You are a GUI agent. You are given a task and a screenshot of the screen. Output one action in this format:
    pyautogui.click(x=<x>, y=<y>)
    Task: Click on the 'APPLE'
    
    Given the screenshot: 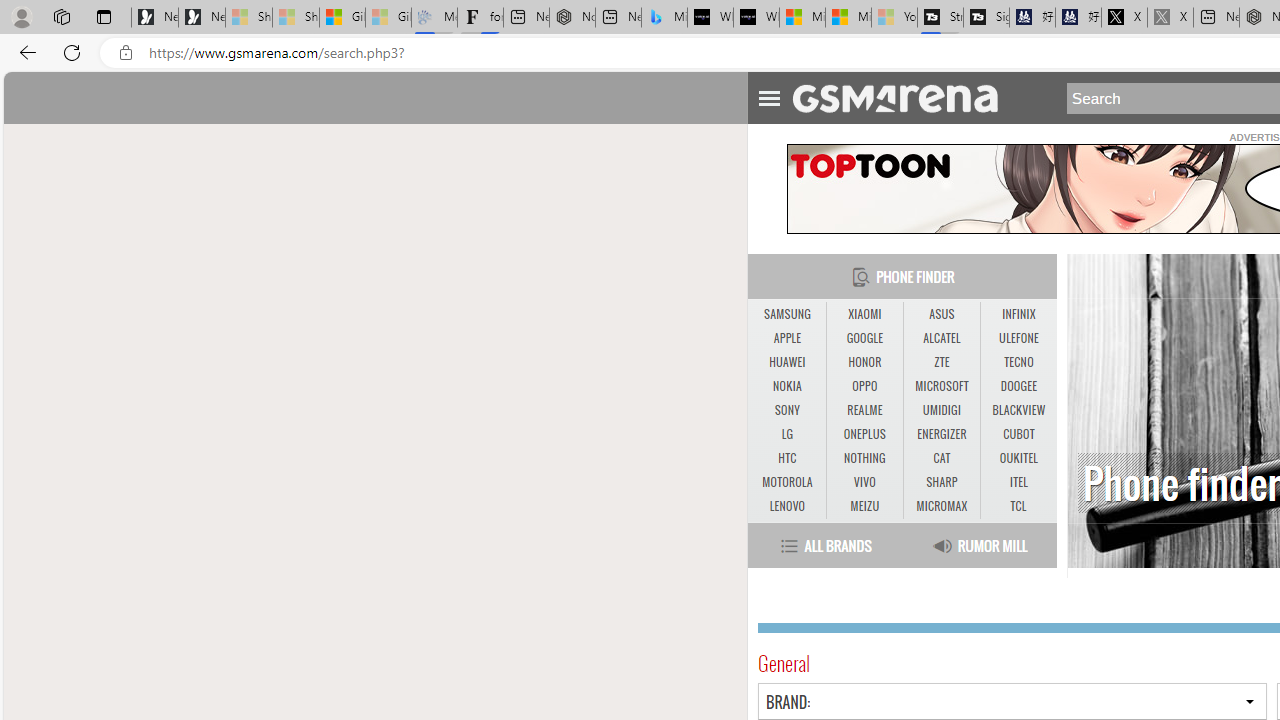 What is the action you would take?
    pyautogui.click(x=786, y=337)
    